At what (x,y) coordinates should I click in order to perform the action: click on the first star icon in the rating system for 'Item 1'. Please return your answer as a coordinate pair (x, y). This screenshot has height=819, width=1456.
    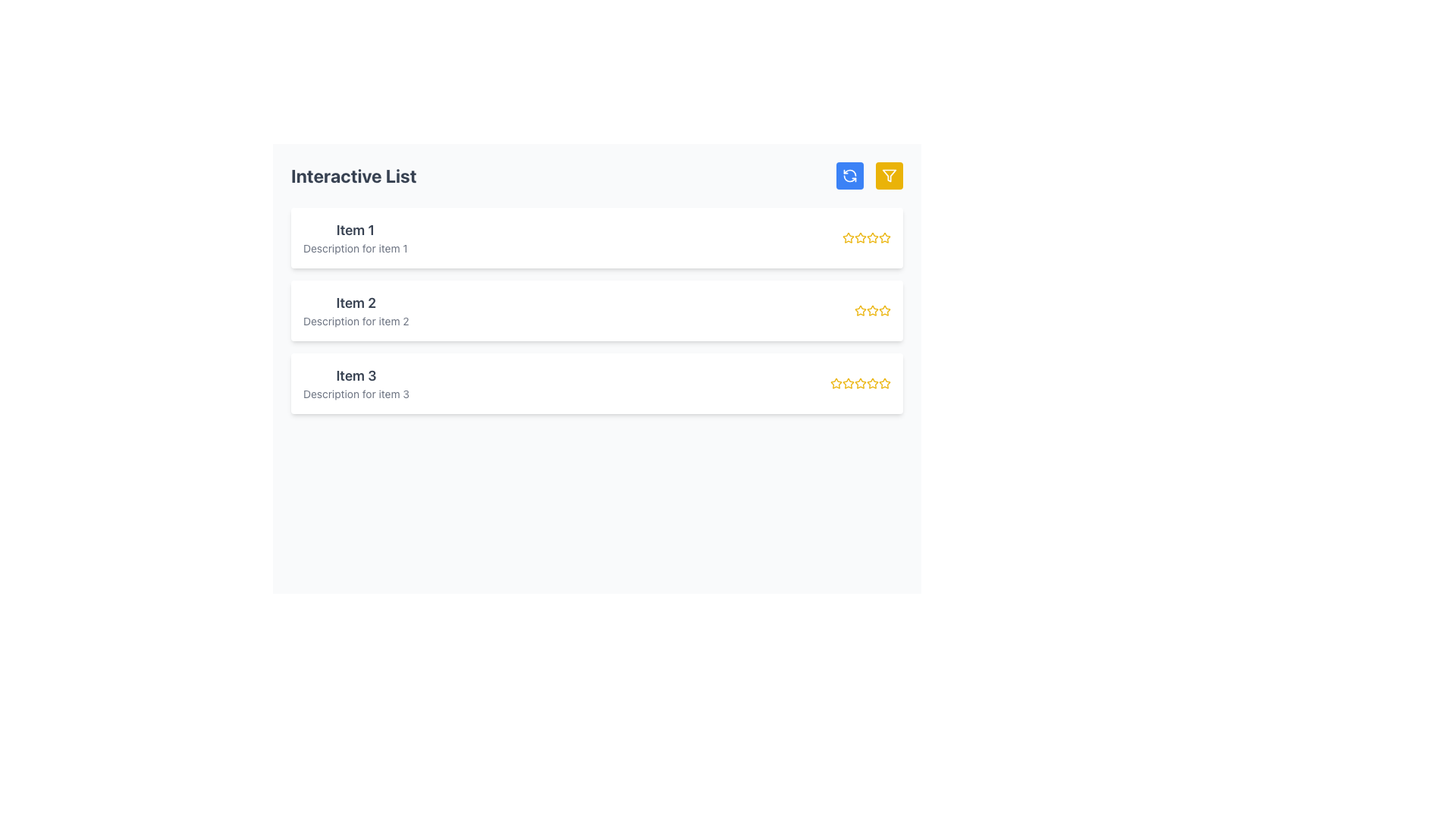
    Looking at the image, I should click on (847, 237).